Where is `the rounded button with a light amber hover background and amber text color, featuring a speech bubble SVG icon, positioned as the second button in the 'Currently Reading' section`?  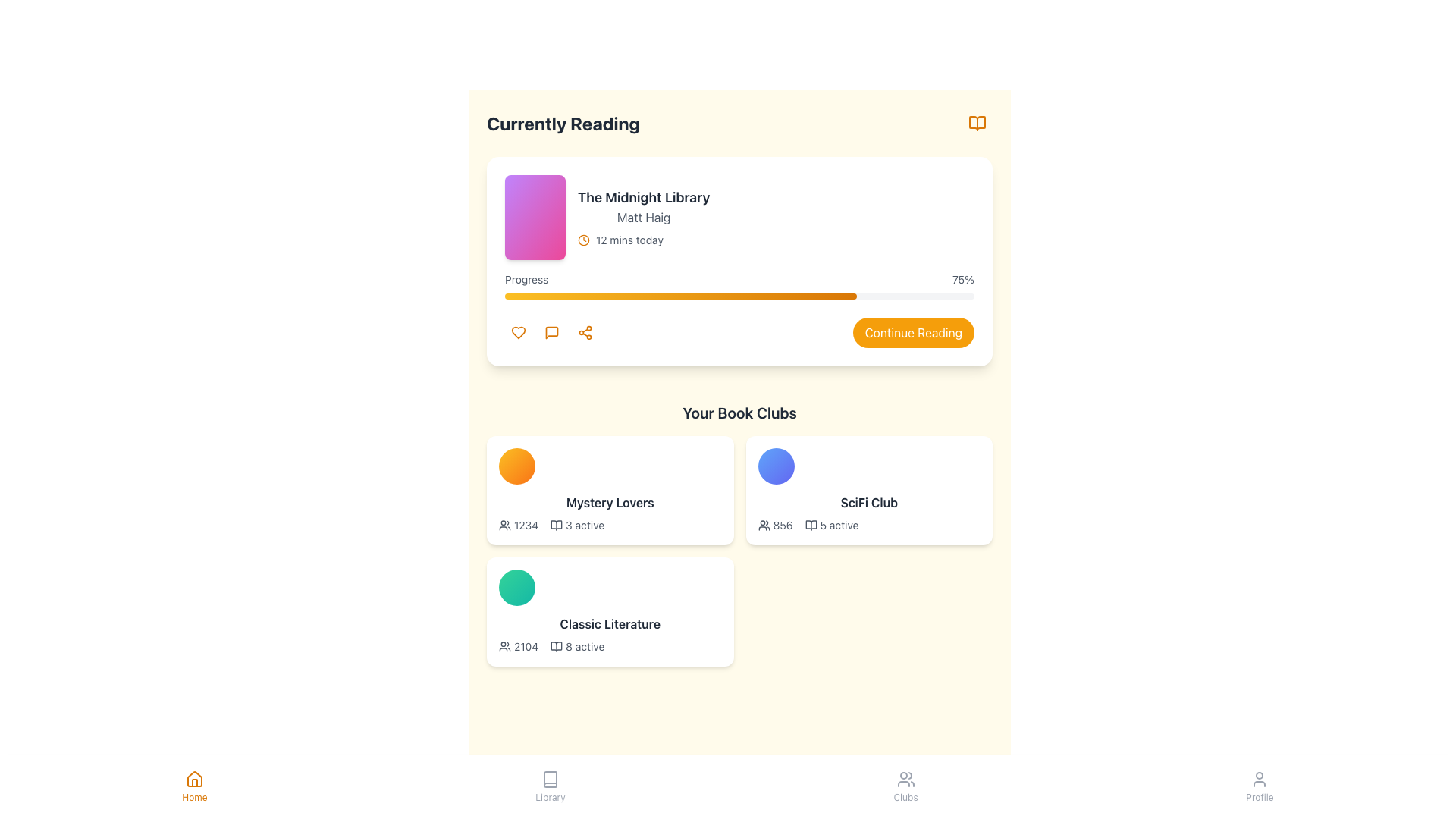
the rounded button with a light amber hover background and amber text color, featuring a speech bubble SVG icon, positioned as the second button in the 'Currently Reading' section is located at coordinates (551, 332).